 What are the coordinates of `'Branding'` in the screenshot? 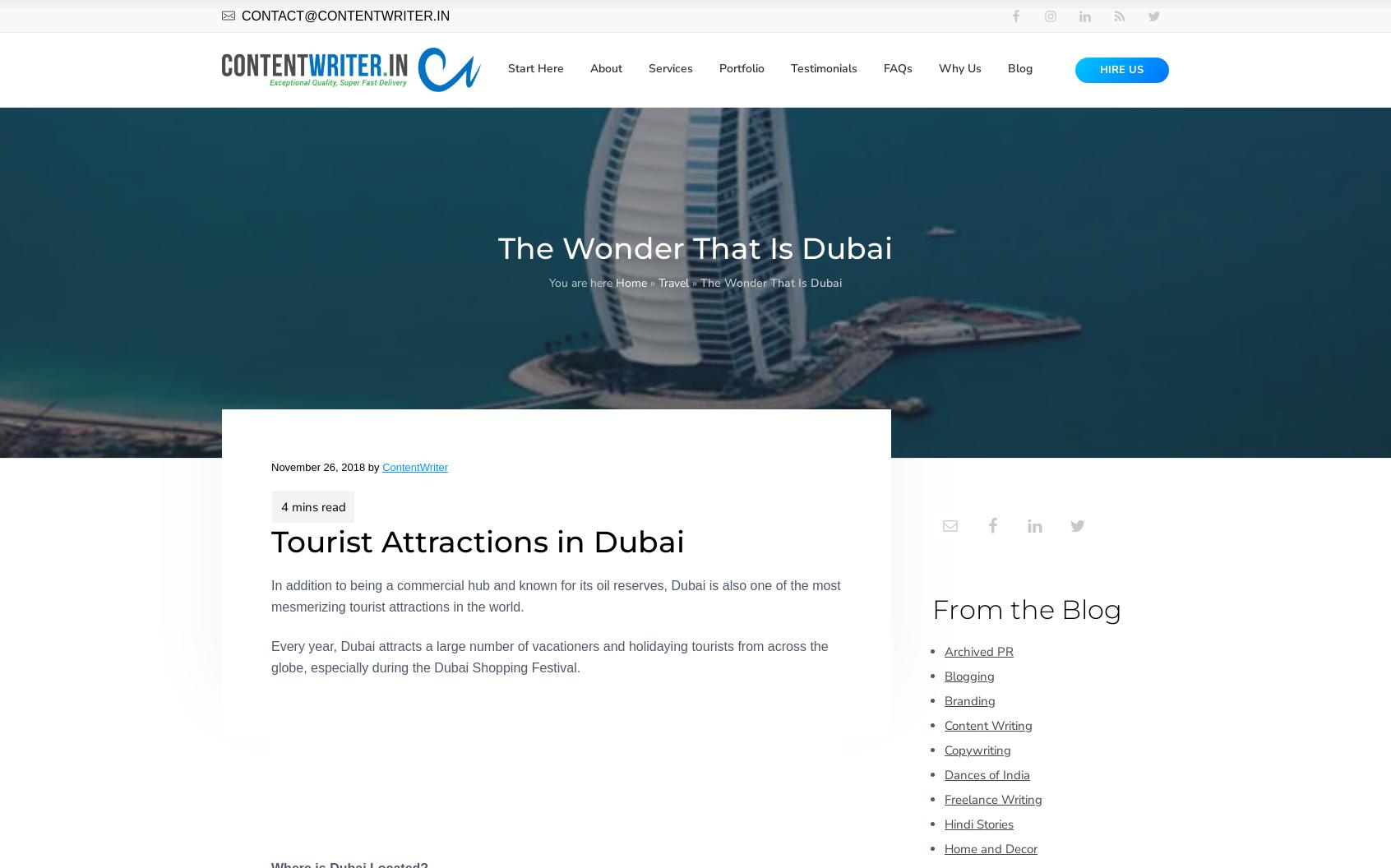 It's located at (969, 699).